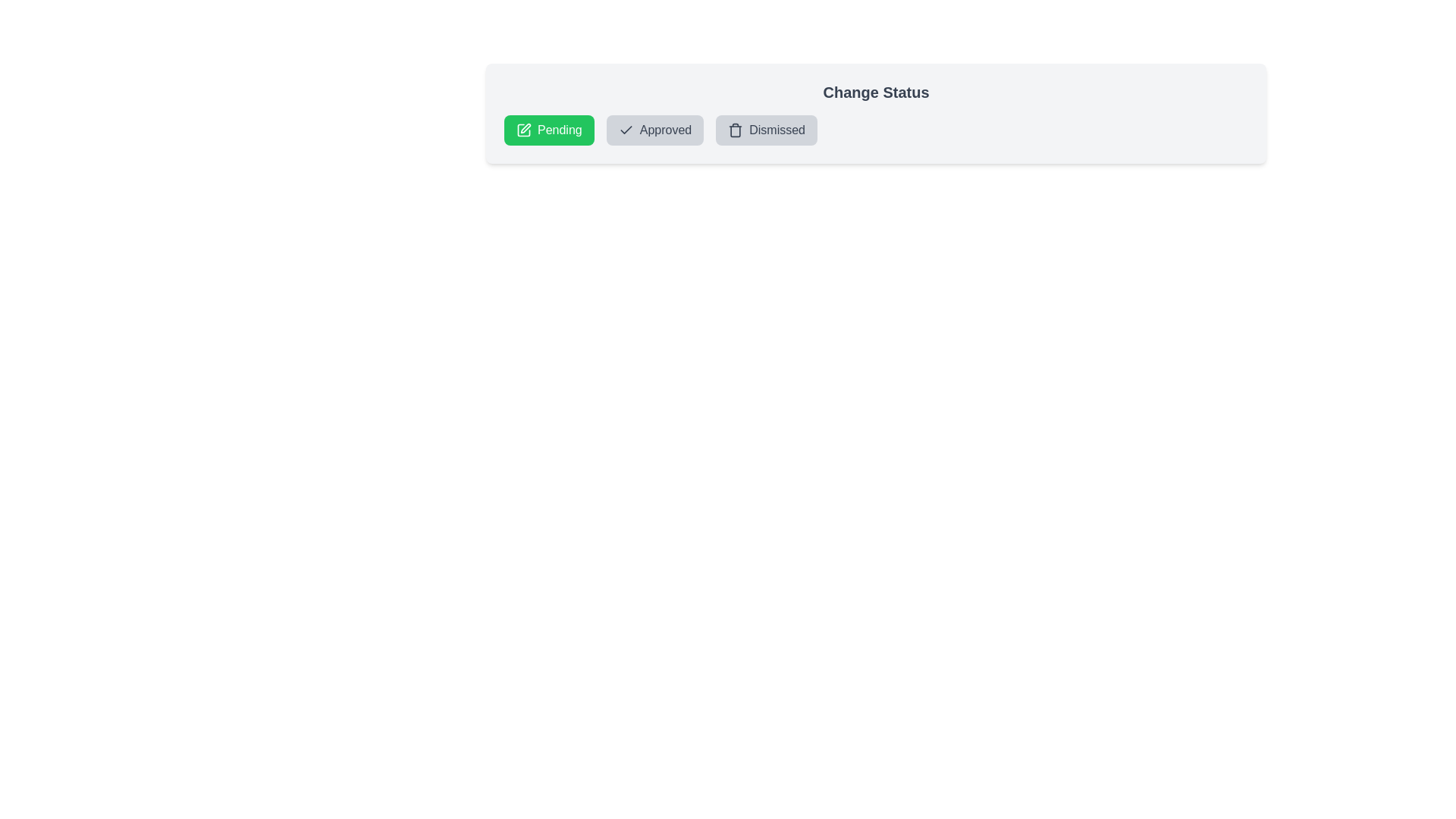  Describe the element at coordinates (767, 130) in the screenshot. I see `the status chip labeled 'Dismissed' to observe its hover effect` at that location.